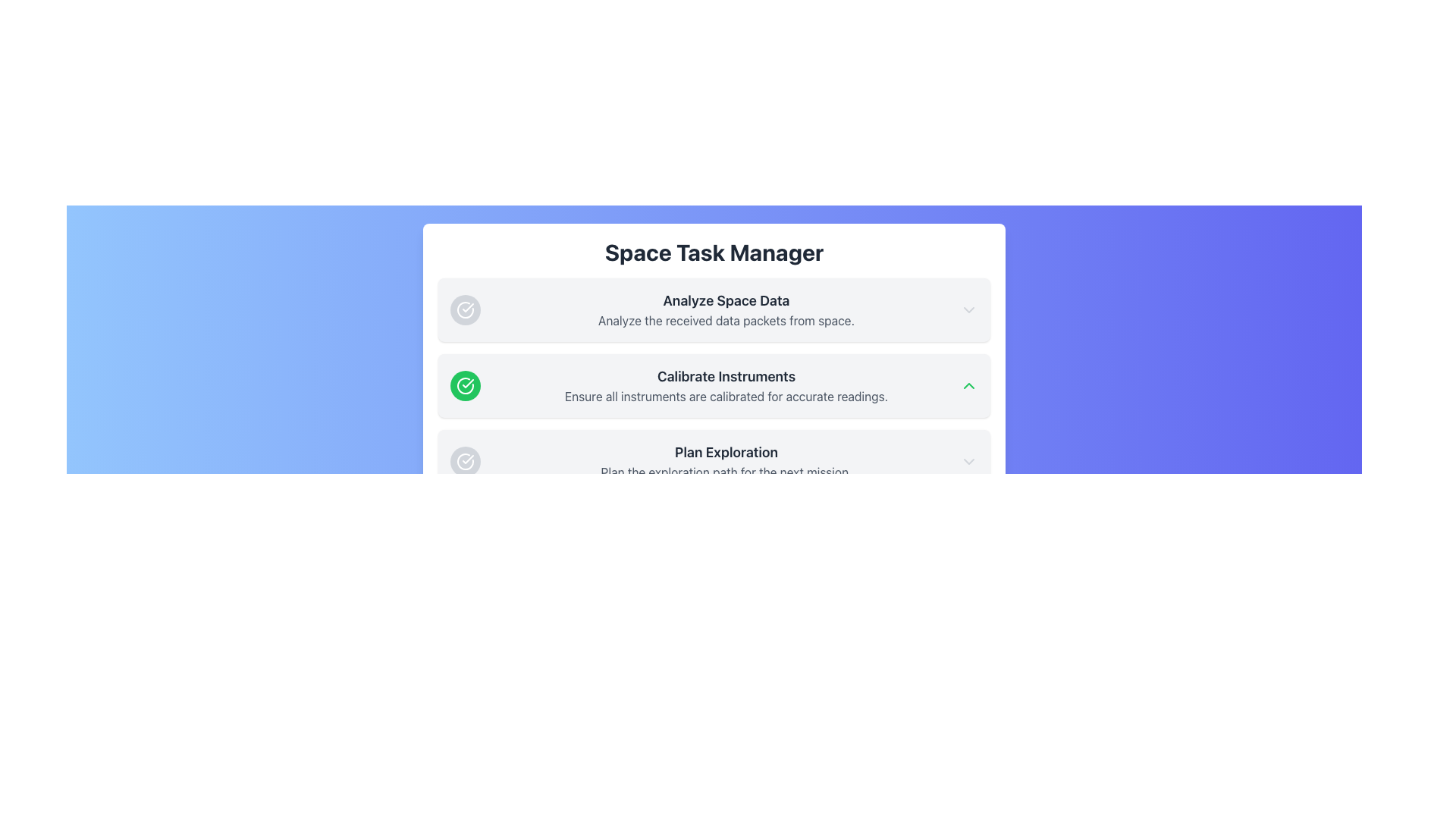 This screenshot has width=1456, height=819. Describe the element at coordinates (726, 301) in the screenshot. I see `the static text label 'Analyze Space Data', which is styled in bold and larger font, located at the top of the task card in the UI` at that location.